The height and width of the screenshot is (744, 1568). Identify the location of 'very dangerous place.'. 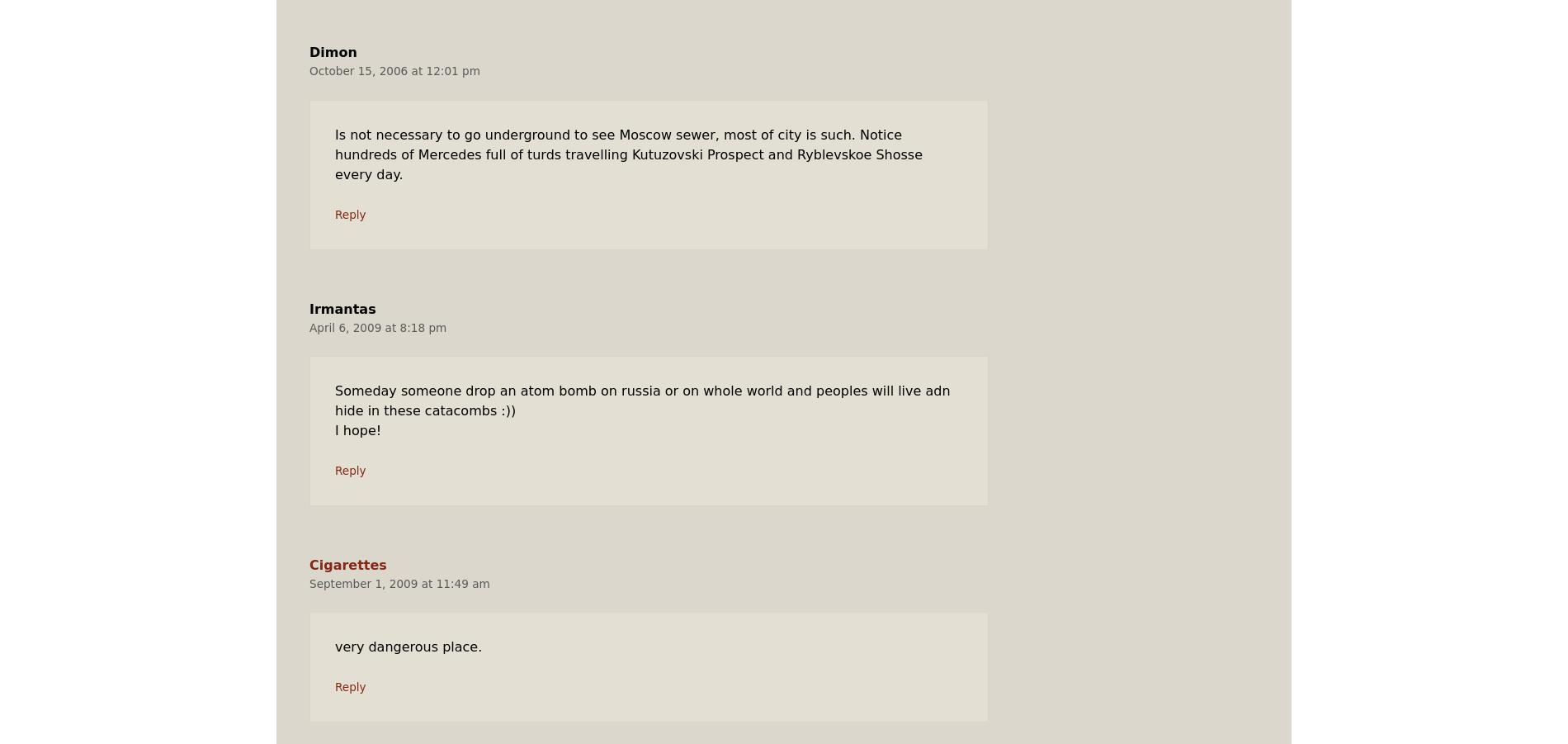
(408, 646).